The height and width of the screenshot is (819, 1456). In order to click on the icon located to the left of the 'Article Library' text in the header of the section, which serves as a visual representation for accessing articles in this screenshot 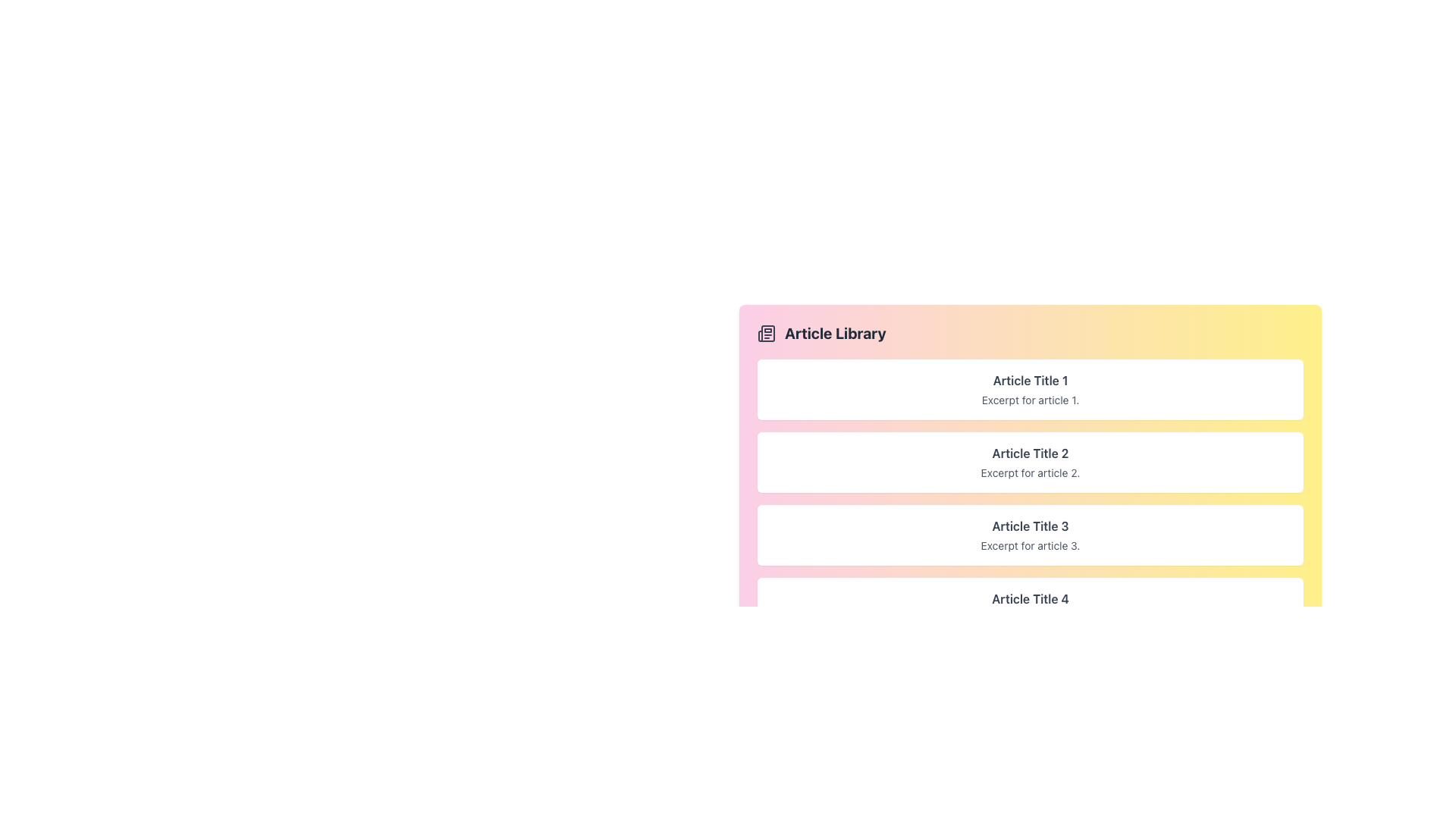, I will do `click(767, 332)`.